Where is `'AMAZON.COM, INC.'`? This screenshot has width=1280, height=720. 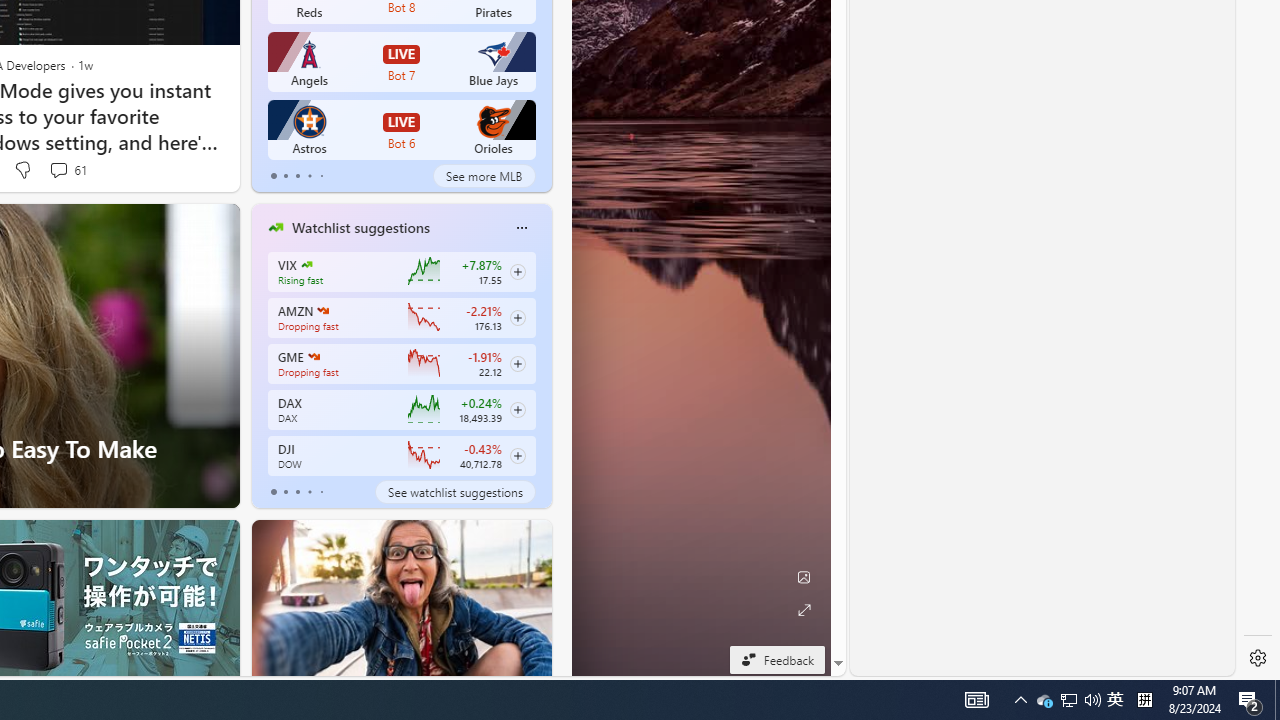
'AMAZON.COM, INC.' is located at coordinates (322, 311).